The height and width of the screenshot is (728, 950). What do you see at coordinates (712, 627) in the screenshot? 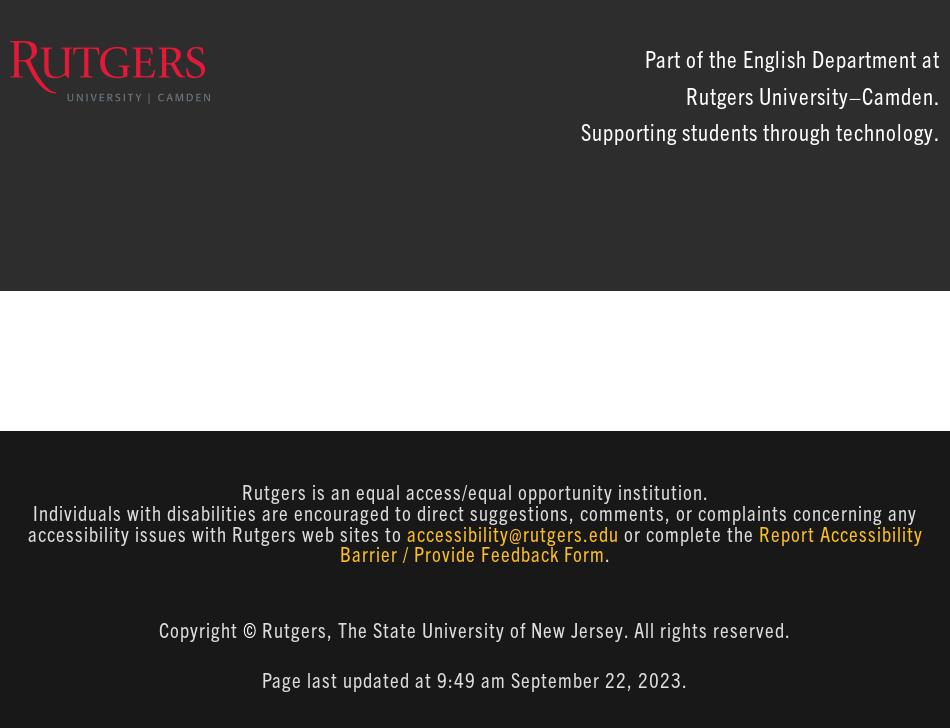
I see `'All rights reserved.'` at bounding box center [712, 627].